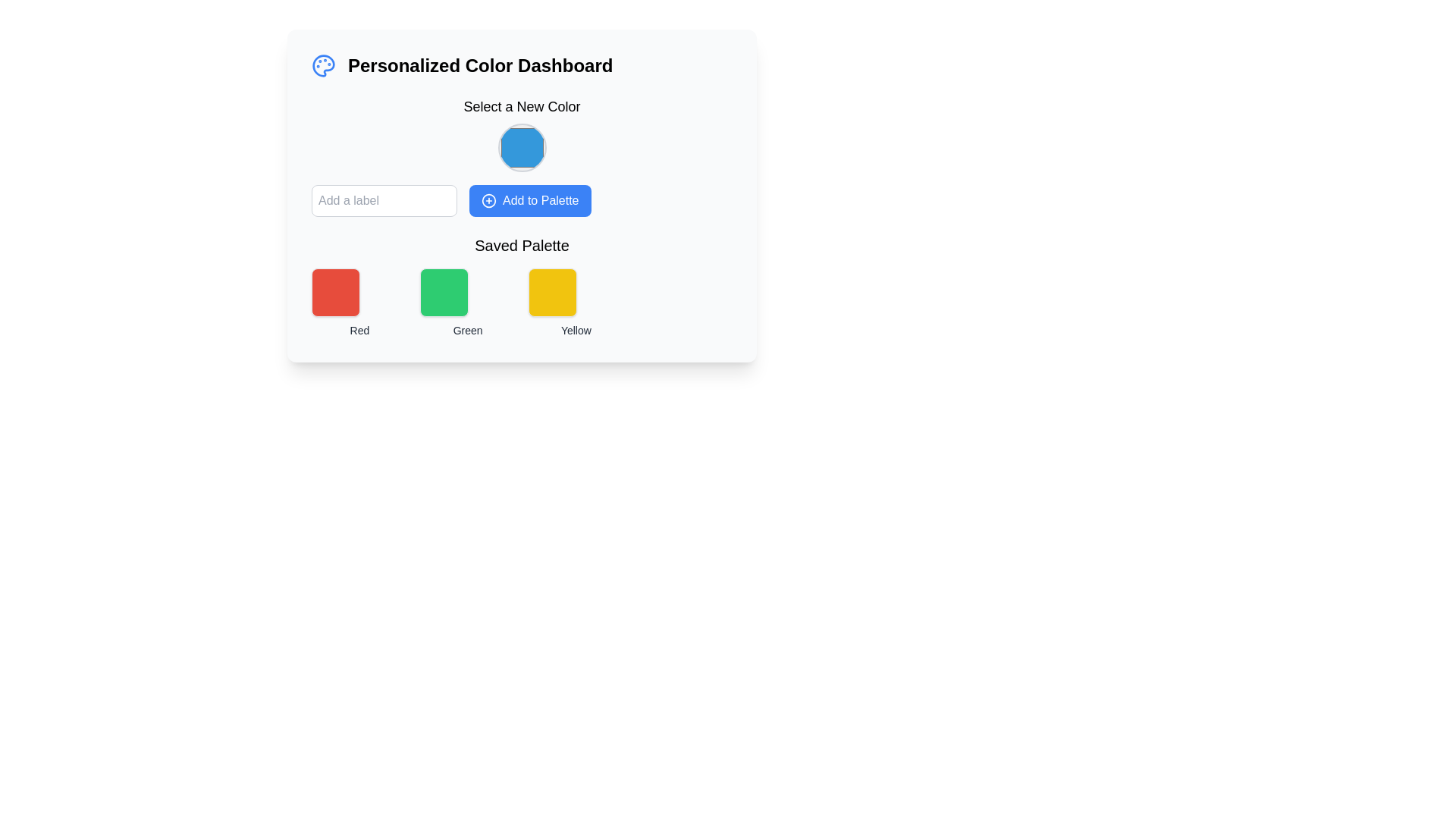 This screenshot has width=1456, height=819. What do you see at coordinates (551, 292) in the screenshot?
I see `the selectable color button labeled 'Yellow' in the 'Saved Palette' section` at bounding box center [551, 292].